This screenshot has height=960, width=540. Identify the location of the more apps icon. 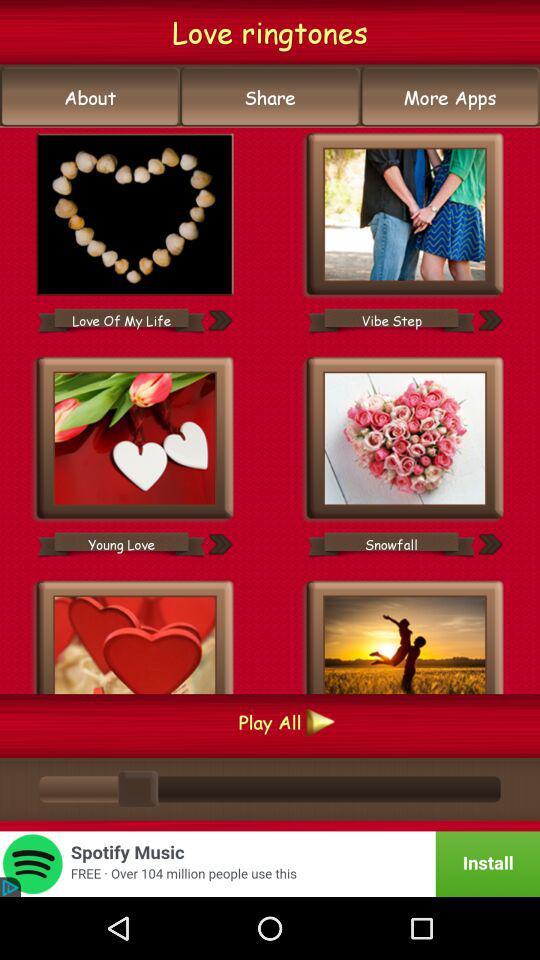
(450, 97).